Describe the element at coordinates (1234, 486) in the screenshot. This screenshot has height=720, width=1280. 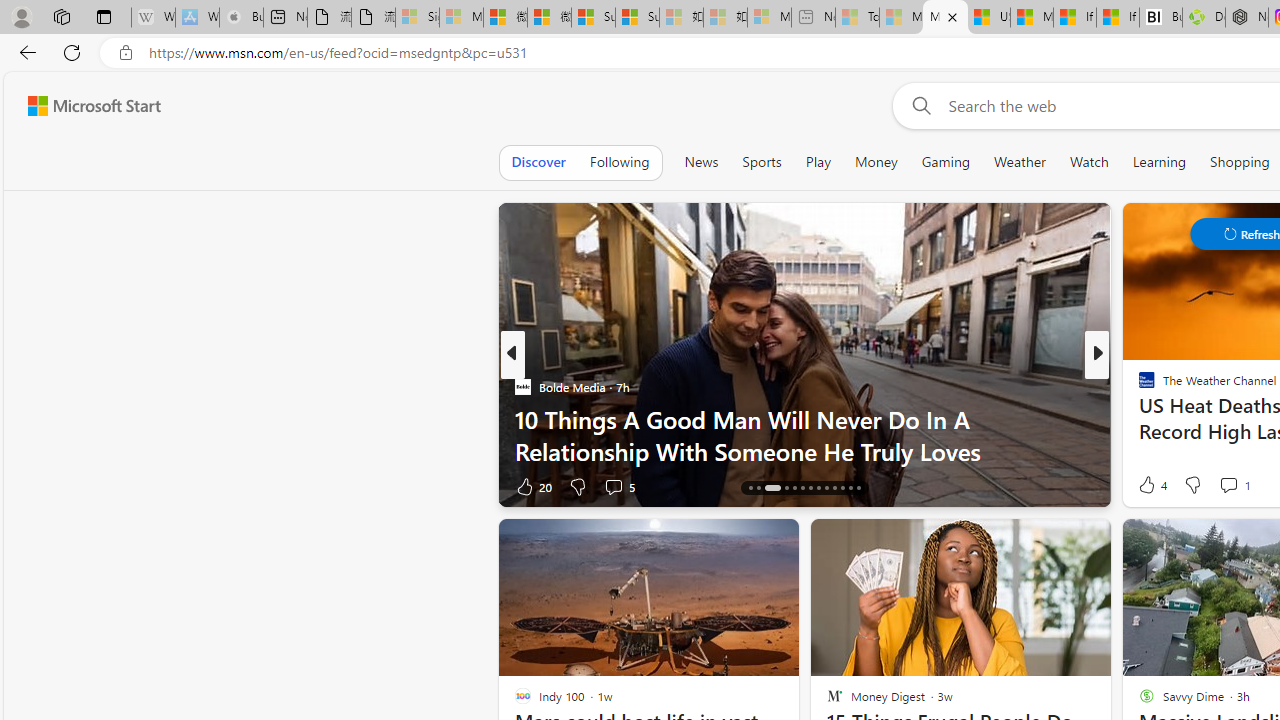
I see `'View comments 3 Comment'` at that location.